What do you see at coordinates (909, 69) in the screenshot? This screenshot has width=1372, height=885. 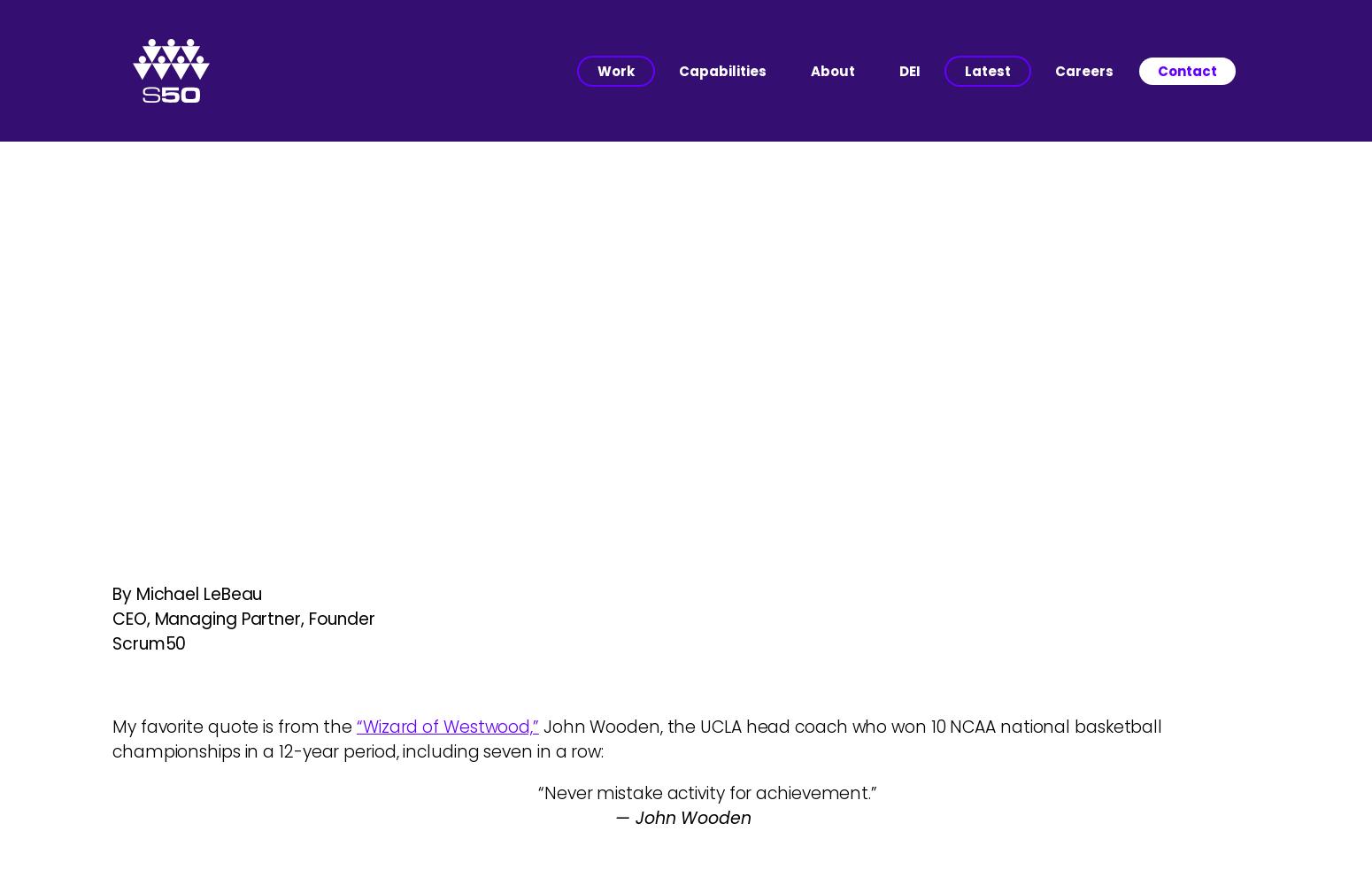 I see `'DEI'` at bounding box center [909, 69].